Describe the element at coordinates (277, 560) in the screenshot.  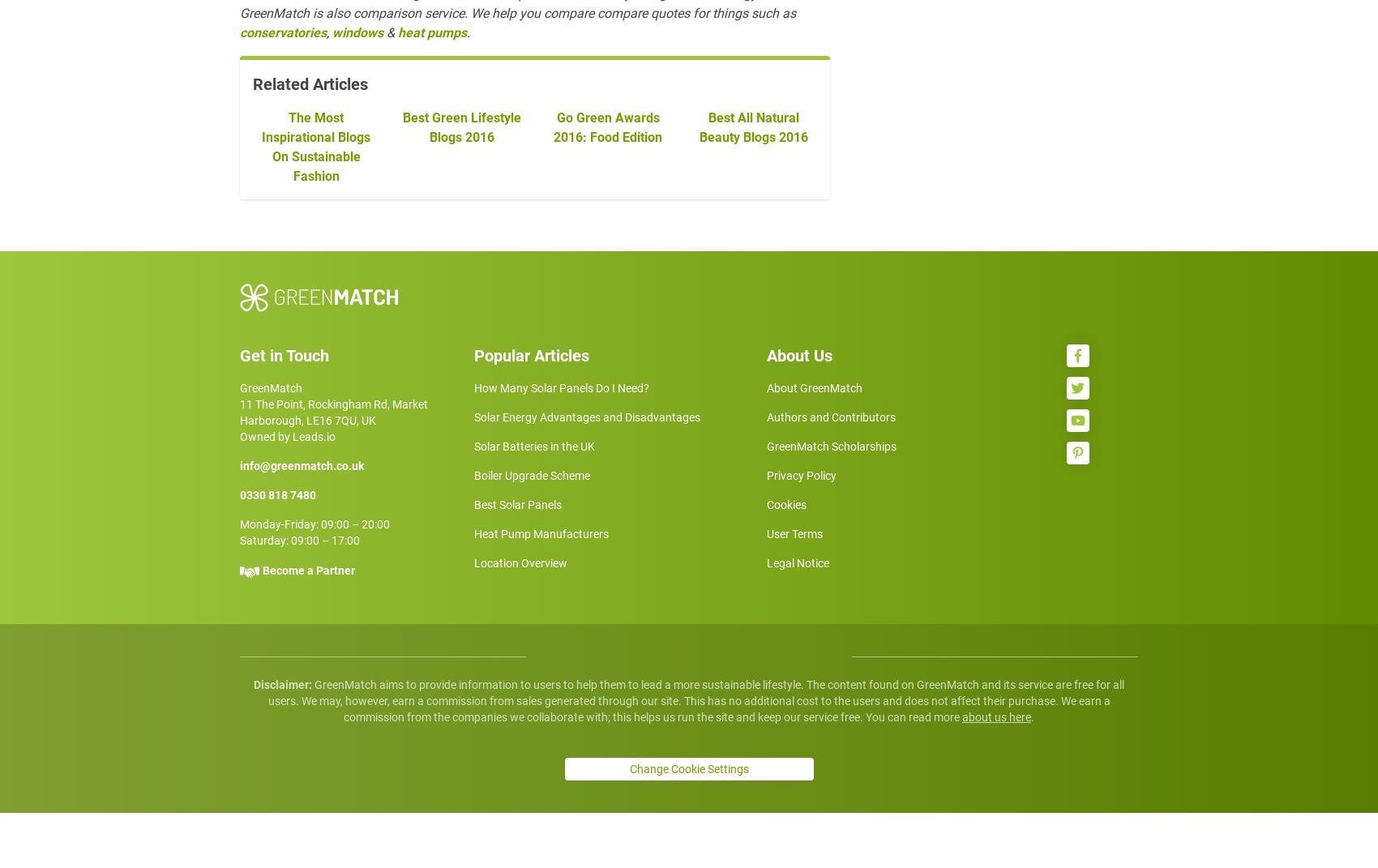
I see `'0330 818 7480'` at that location.